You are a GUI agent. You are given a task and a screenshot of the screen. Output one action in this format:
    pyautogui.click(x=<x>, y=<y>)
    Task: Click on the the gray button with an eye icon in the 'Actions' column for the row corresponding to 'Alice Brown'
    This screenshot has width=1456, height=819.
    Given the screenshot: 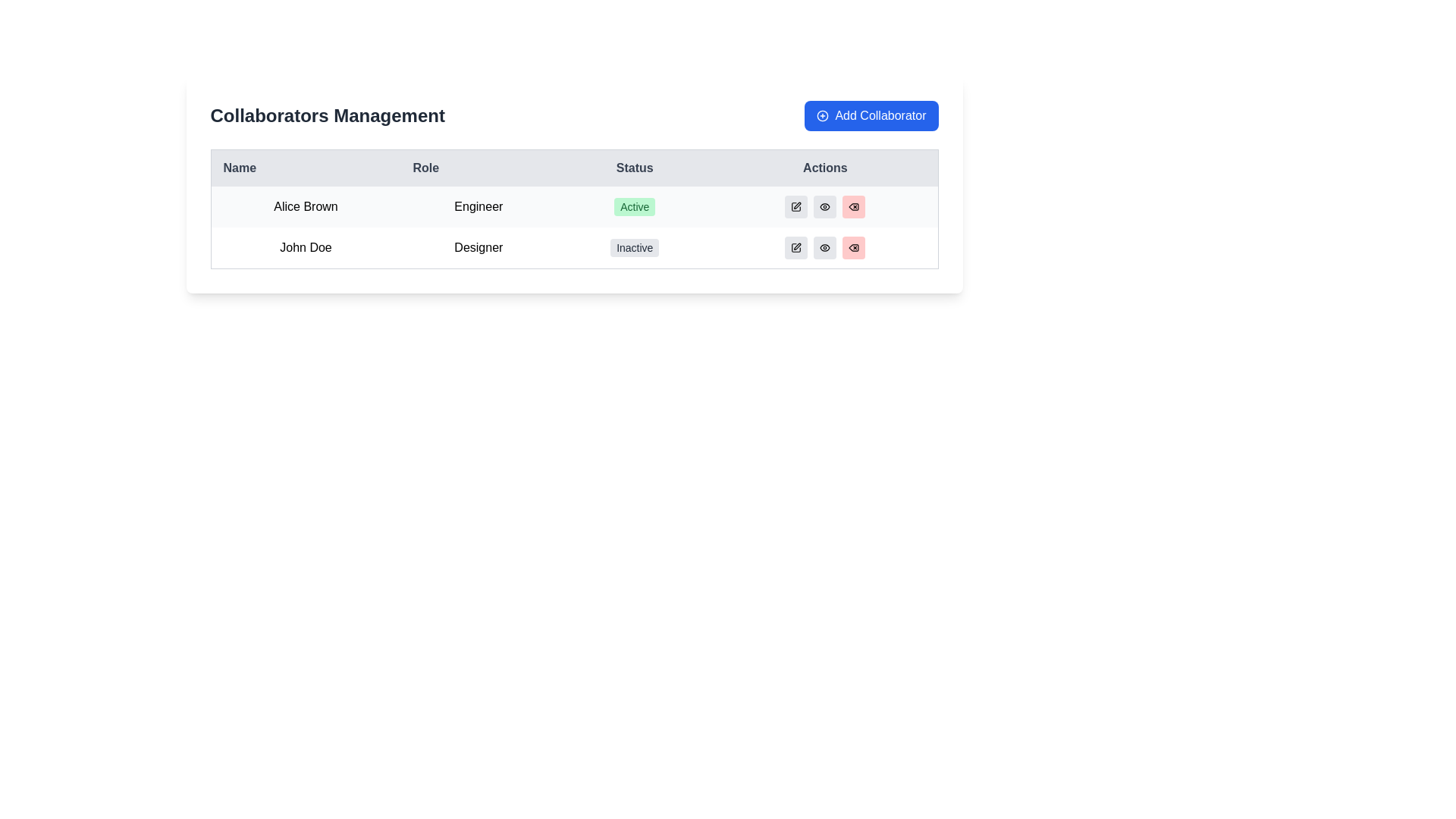 What is the action you would take?
    pyautogui.click(x=824, y=207)
    